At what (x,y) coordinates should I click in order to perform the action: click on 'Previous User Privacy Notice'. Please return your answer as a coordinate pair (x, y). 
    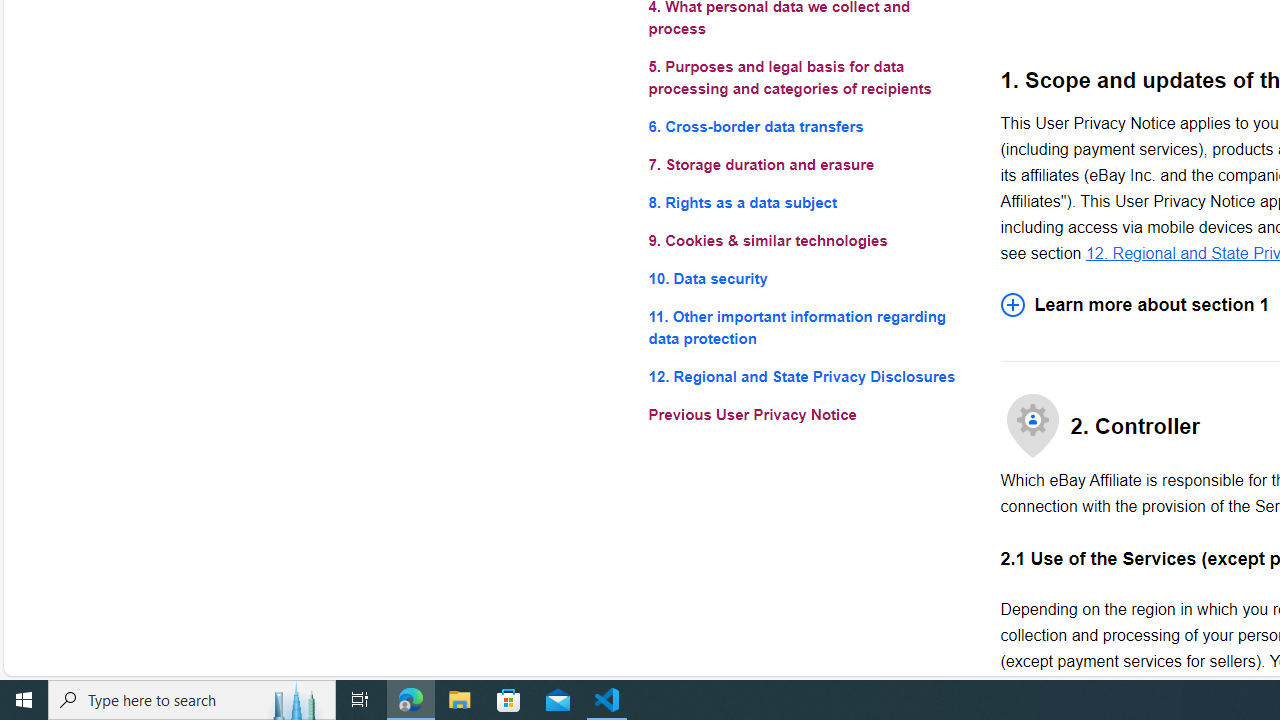
    Looking at the image, I should click on (808, 414).